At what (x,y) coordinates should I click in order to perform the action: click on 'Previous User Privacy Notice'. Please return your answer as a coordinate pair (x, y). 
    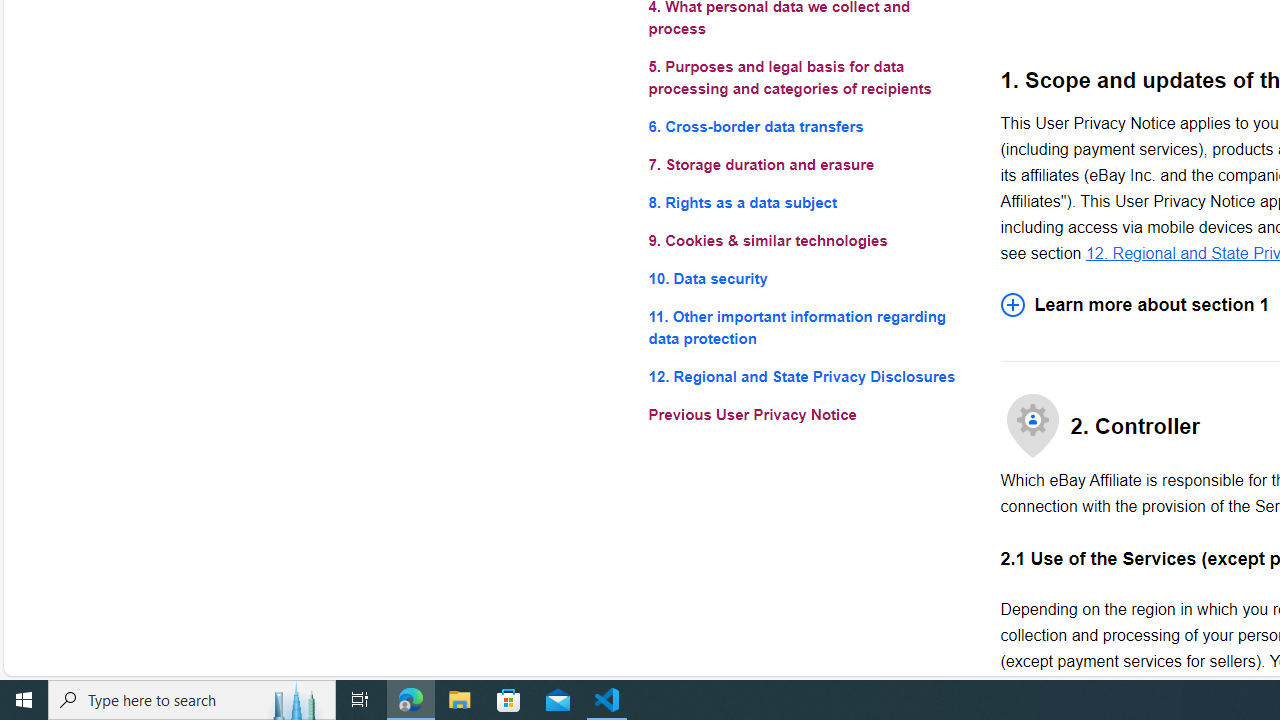
    Looking at the image, I should click on (808, 414).